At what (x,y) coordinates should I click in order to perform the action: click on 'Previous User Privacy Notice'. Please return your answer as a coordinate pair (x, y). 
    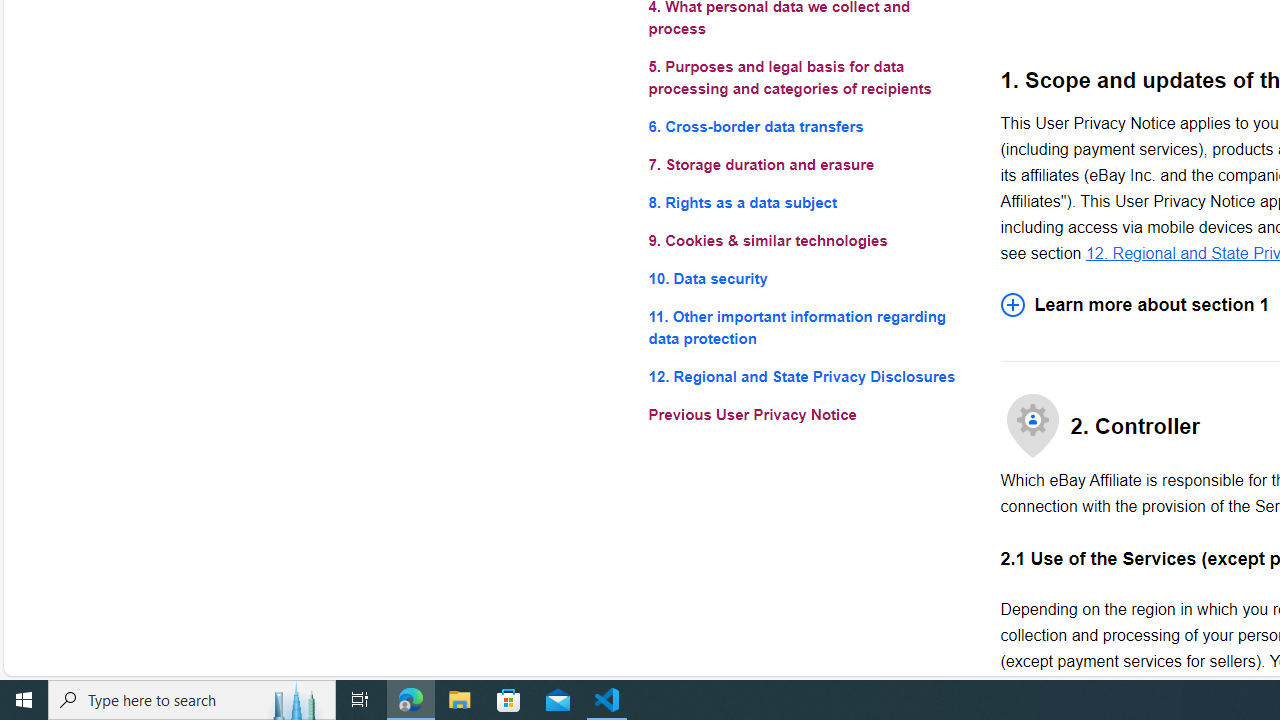
    Looking at the image, I should click on (808, 414).